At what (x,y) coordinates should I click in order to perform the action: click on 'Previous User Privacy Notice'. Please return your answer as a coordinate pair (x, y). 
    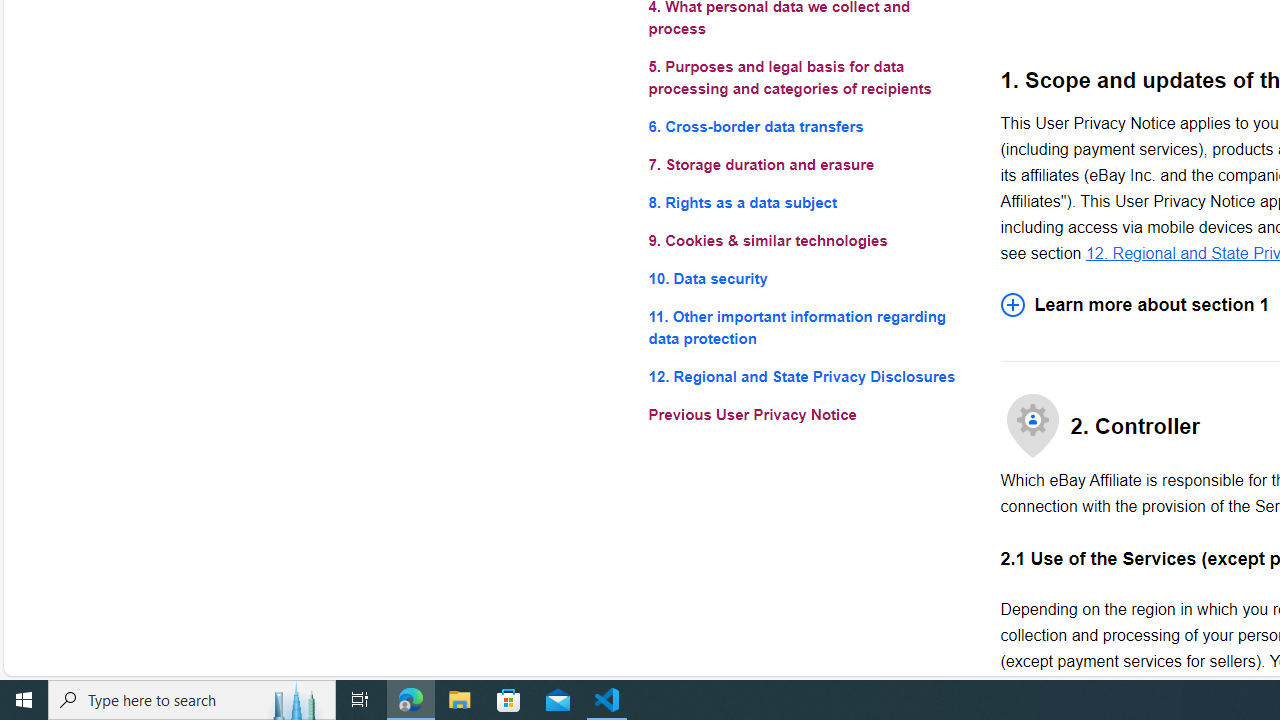
    Looking at the image, I should click on (808, 414).